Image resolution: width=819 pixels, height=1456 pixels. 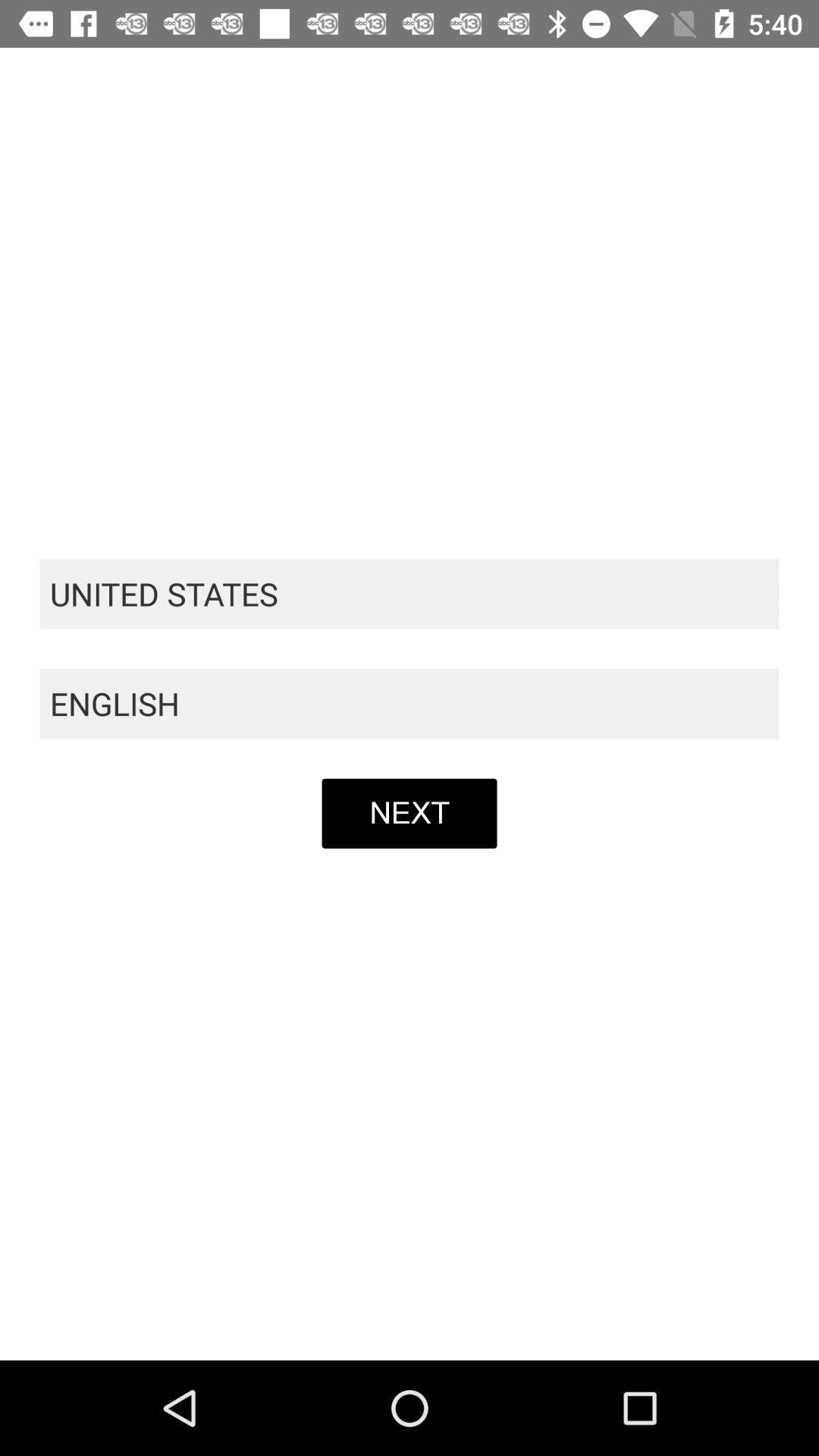 I want to click on item above the english icon, so click(x=409, y=593).